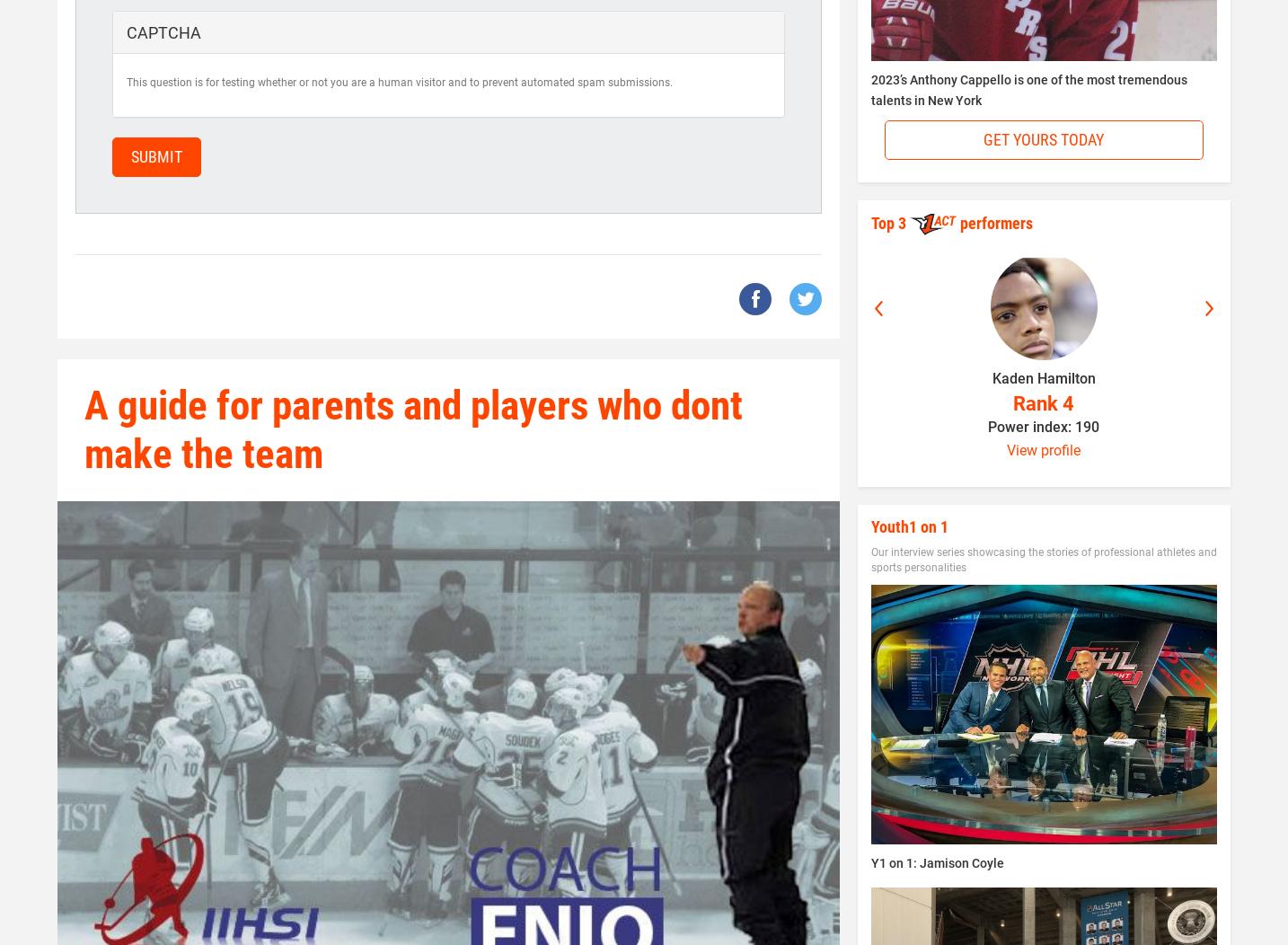 This screenshot has height=945, width=1288. What do you see at coordinates (907, 525) in the screenshot?
I see `'Youth1 on 1'` at bounding box center [907, 525].